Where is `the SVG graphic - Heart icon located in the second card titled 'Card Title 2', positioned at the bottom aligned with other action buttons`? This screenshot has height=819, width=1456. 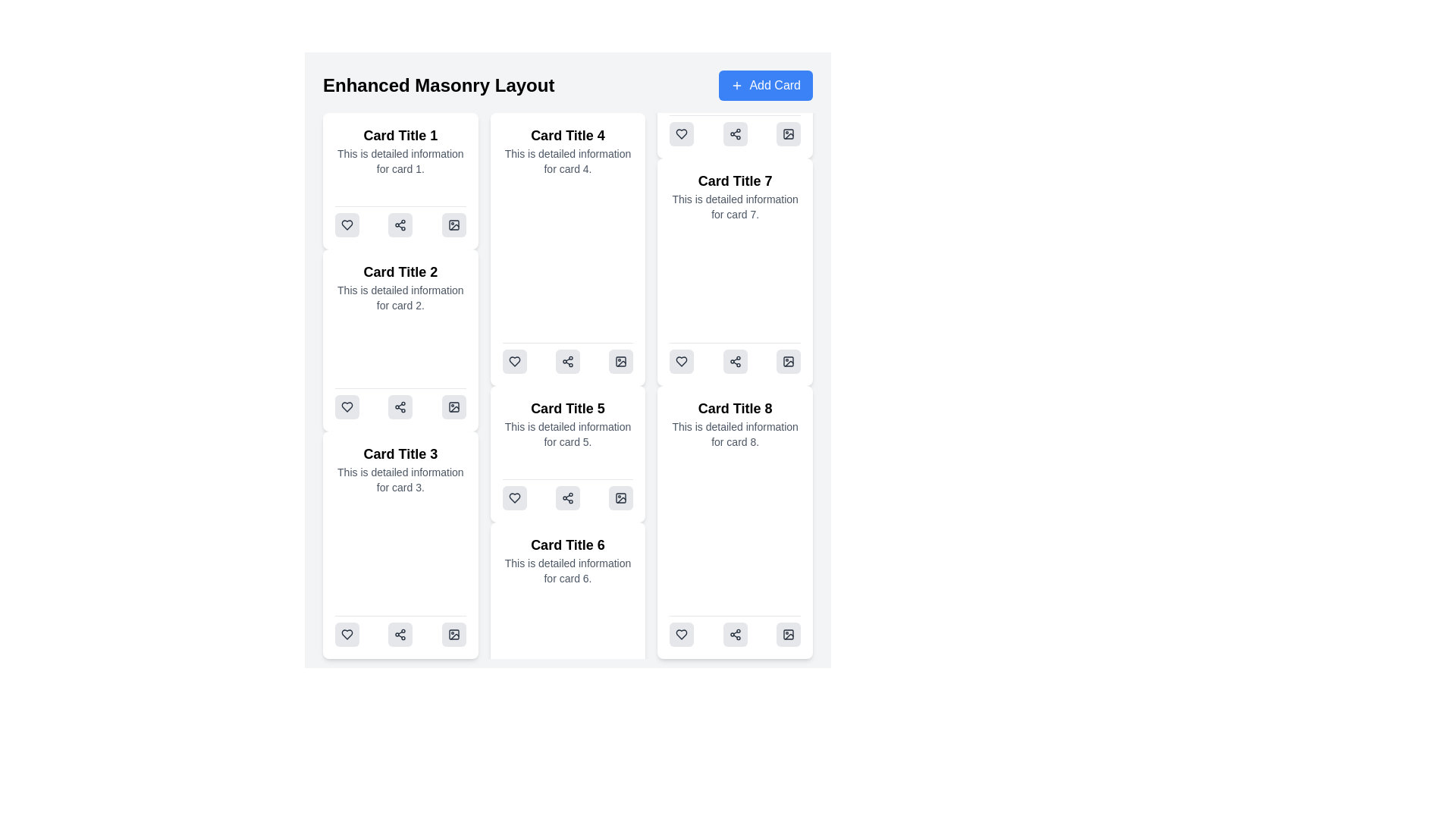
the SVG graphic - Heart icon located in the second card titled 'Card Title 2', positioned at the bottom aligned with other action buttons is located at coordinates (346, 406).